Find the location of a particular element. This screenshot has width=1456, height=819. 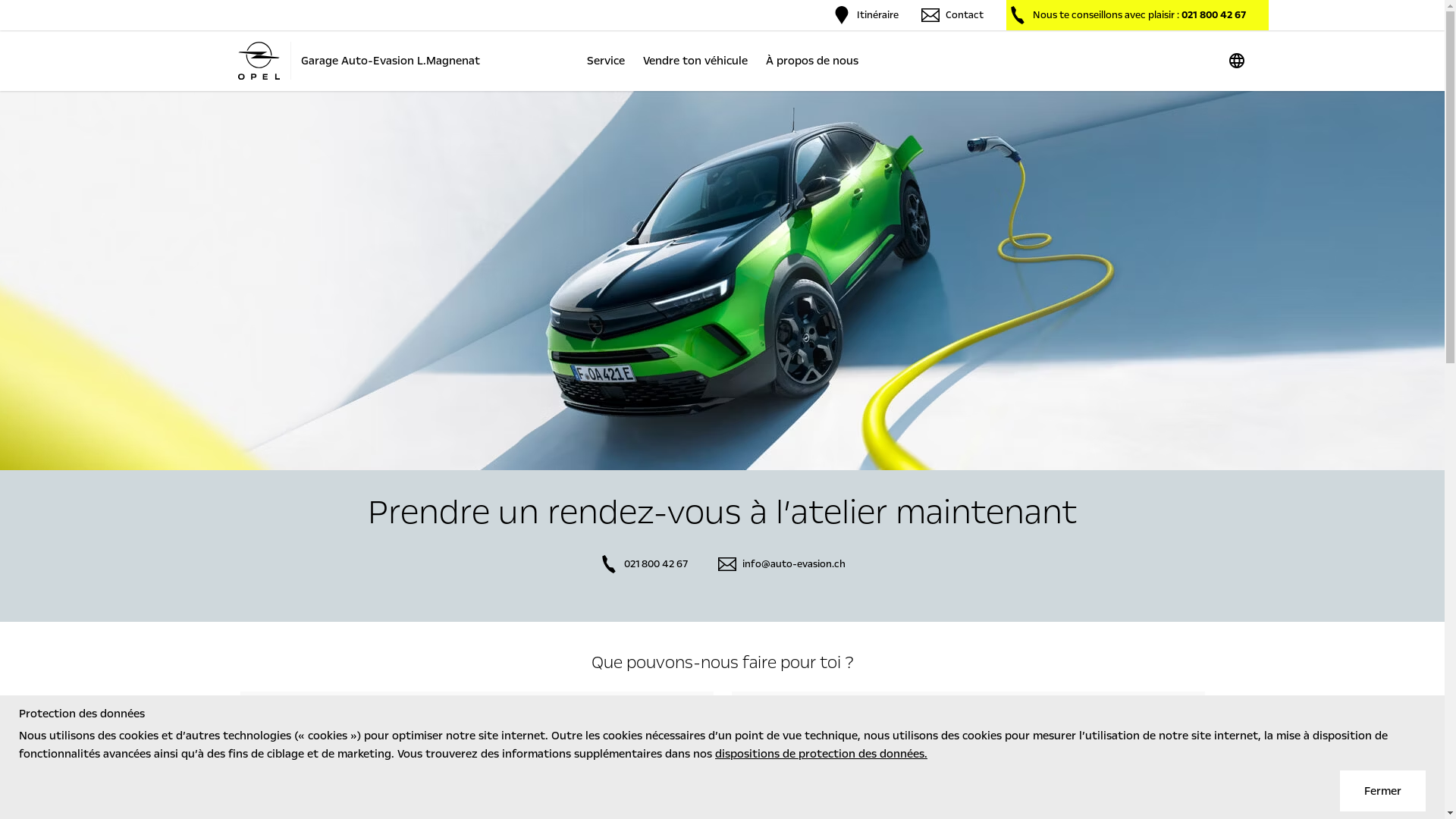

'Contact' is located at coordinates (920, 14).